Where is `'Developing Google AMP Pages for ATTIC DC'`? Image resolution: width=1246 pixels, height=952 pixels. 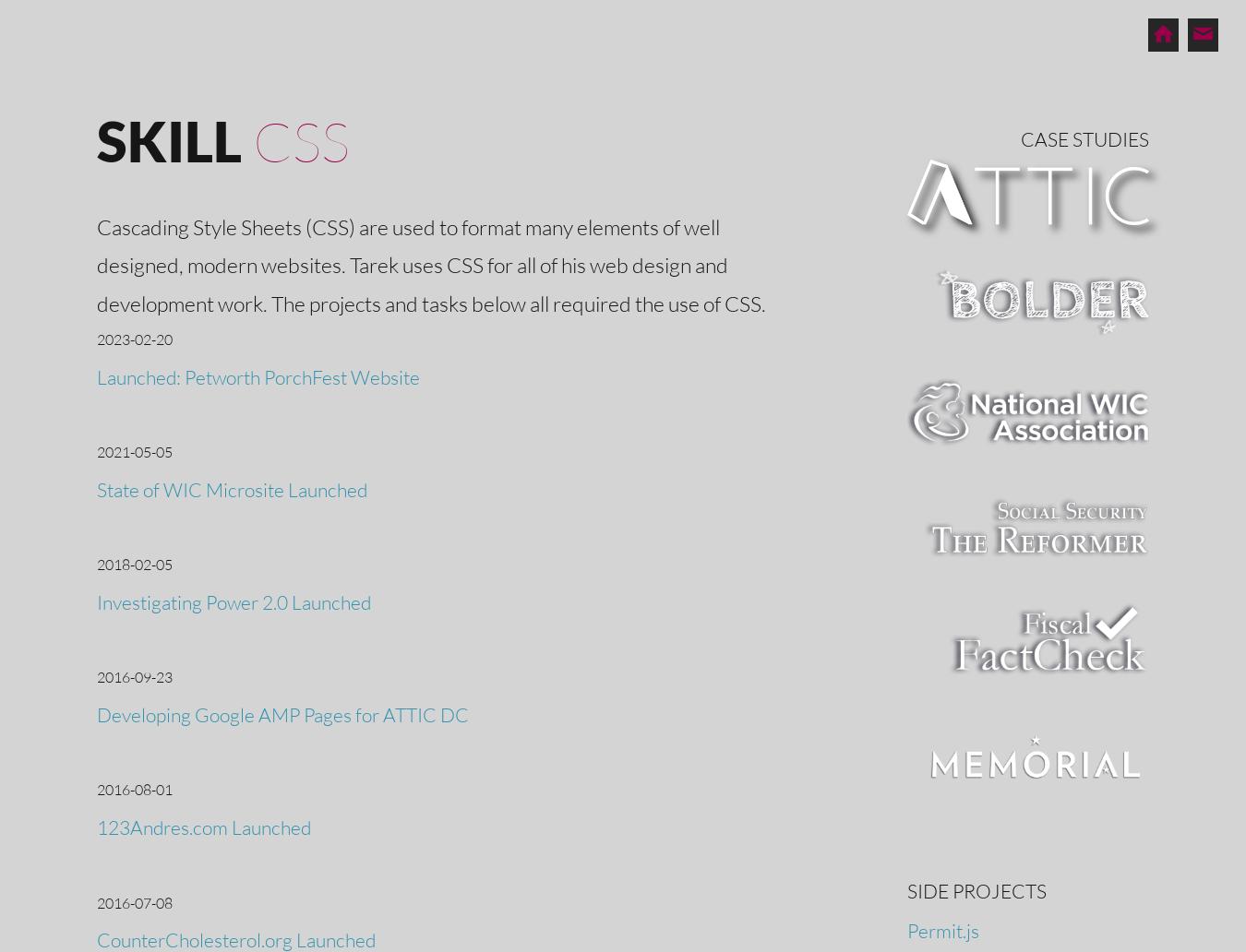 'Developing Google AMP Pages for ATTIC DC' is located at coordinates (282, 715).